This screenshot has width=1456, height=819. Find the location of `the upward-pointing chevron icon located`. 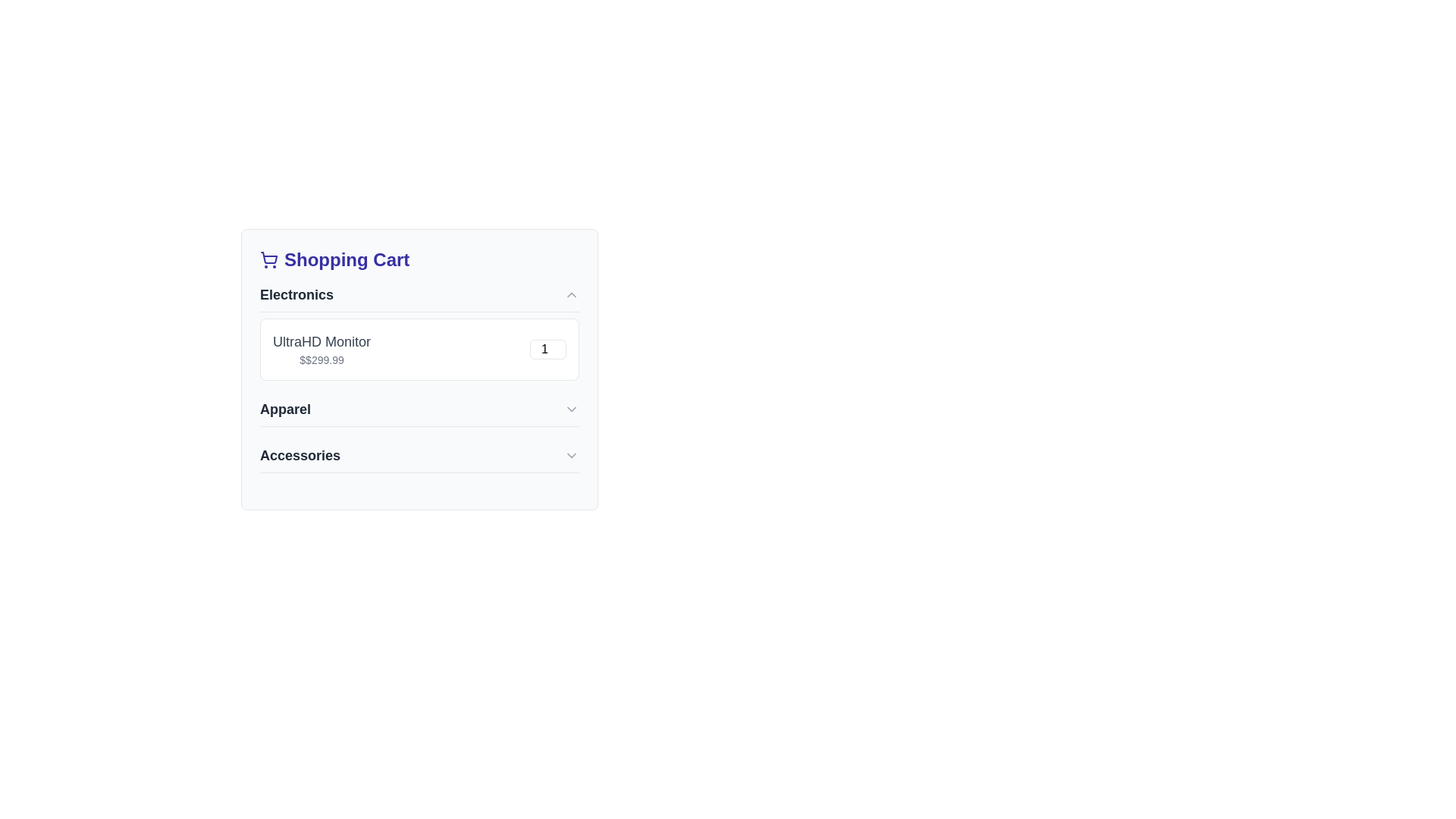

the upward-pointing chevron icon located is located at coordinates (570, 295).